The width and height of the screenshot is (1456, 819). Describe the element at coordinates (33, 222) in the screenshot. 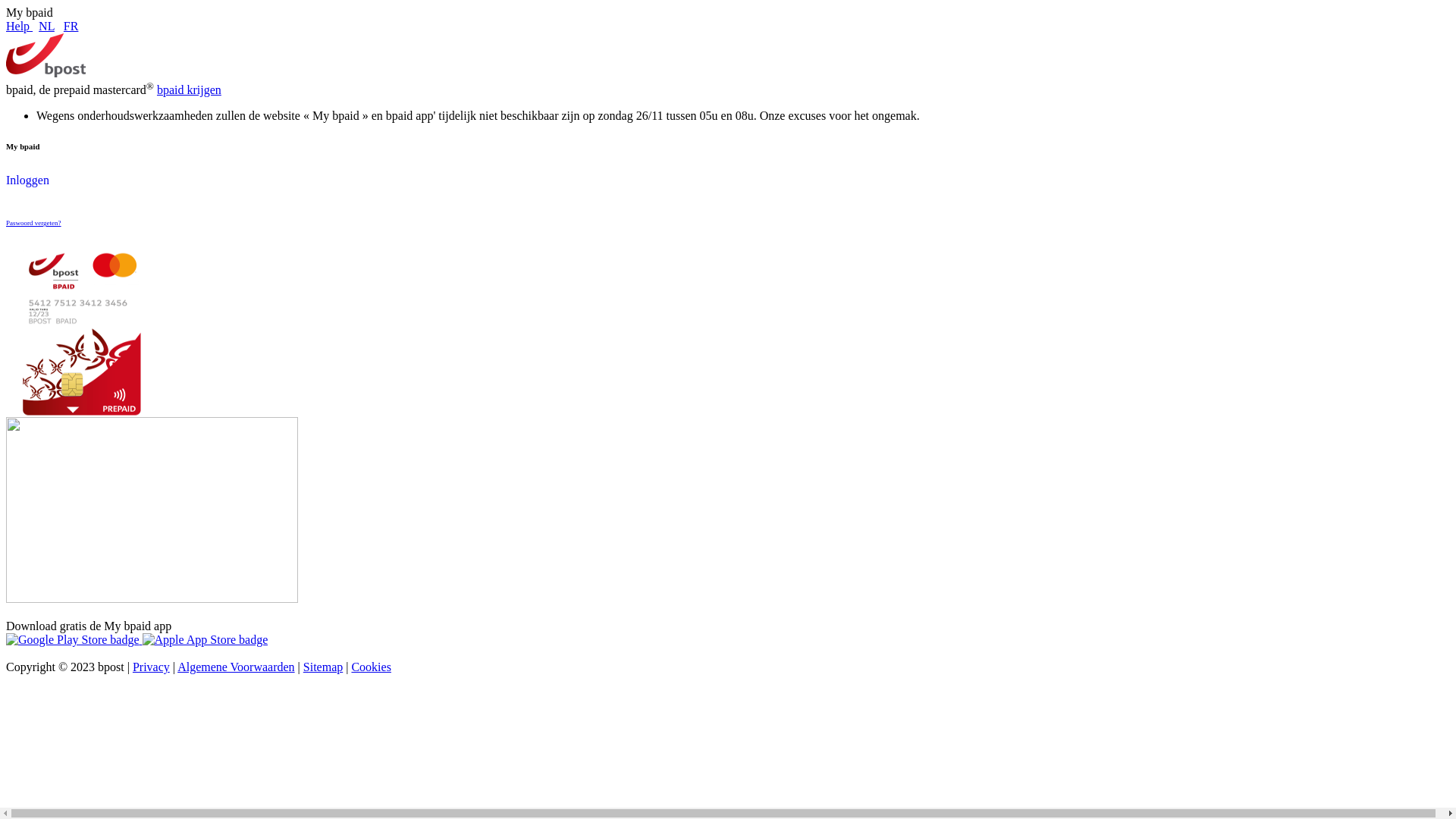

I see `'Paswoord vergeten?'` at that location.